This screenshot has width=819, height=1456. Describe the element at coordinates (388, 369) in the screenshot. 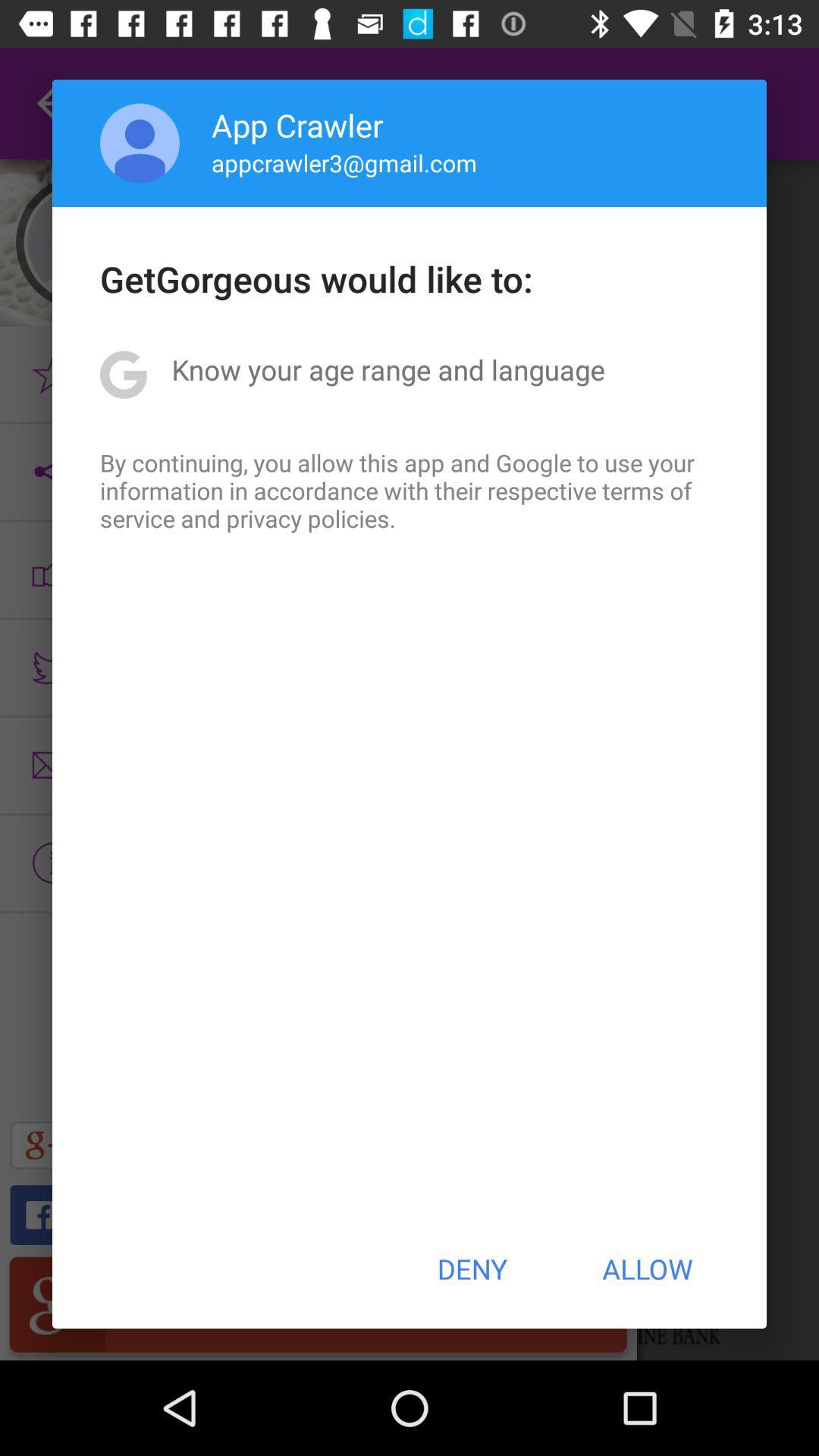

I see `the item above by continuing you app` at that location.